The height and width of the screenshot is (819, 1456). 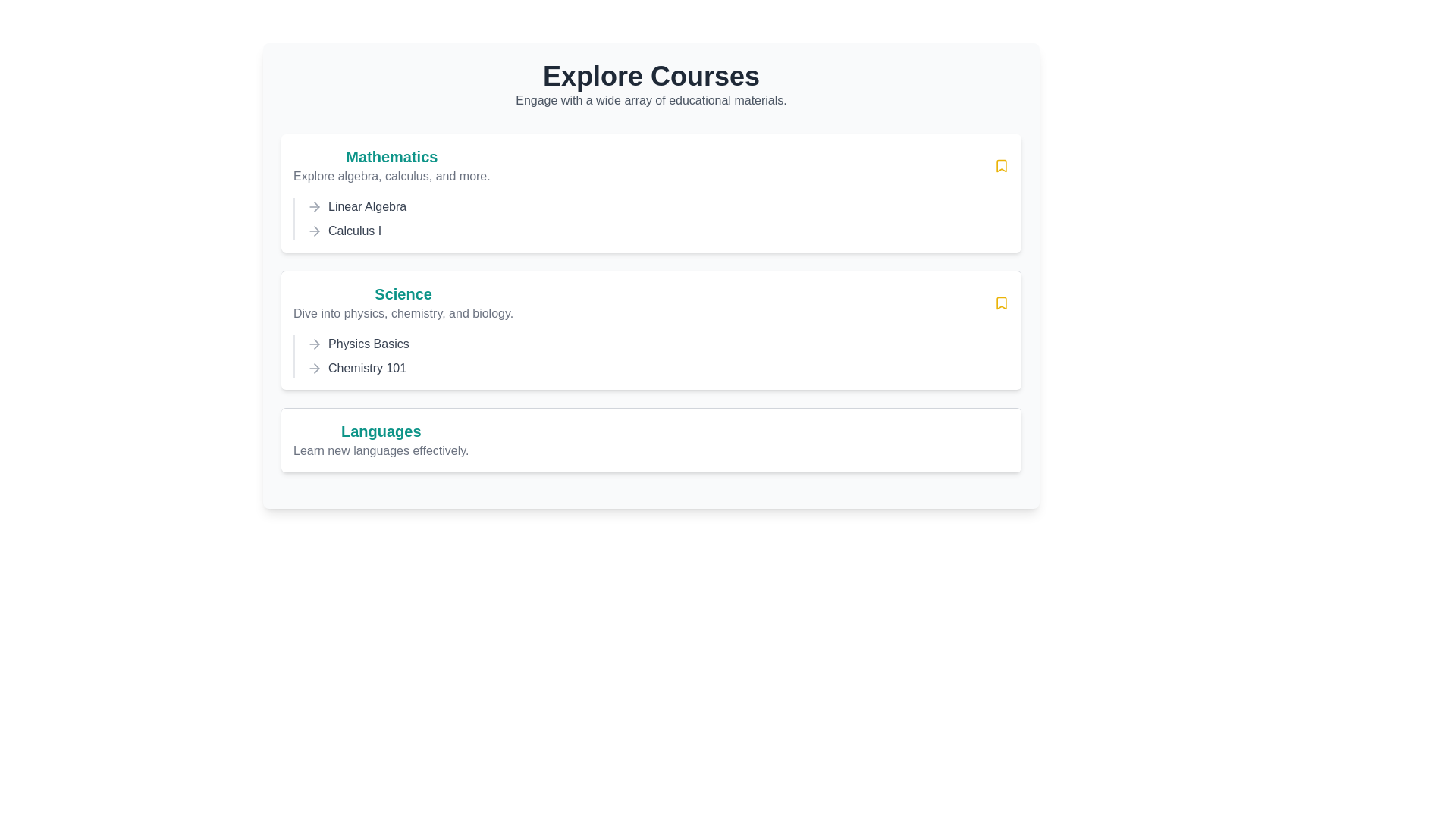 I want to click on the 'Science' text label, which is styled in a bold teal font and located at the top of the Science section, so click(x=403, y=294).